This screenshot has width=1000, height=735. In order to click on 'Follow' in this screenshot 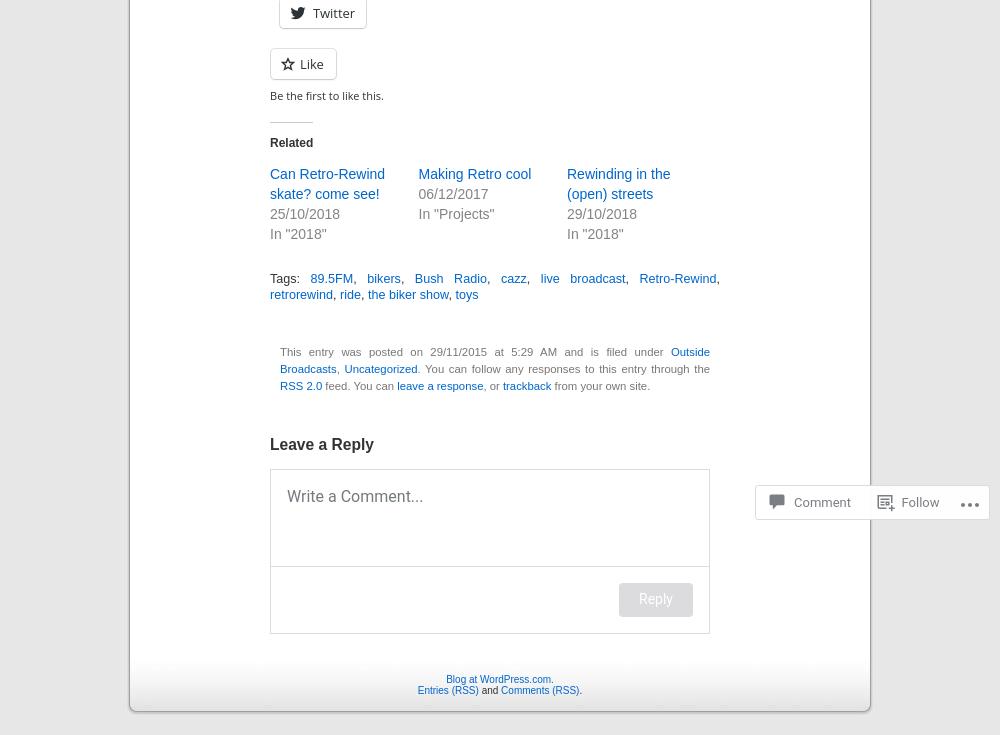, I will do `click(920, 502)`.